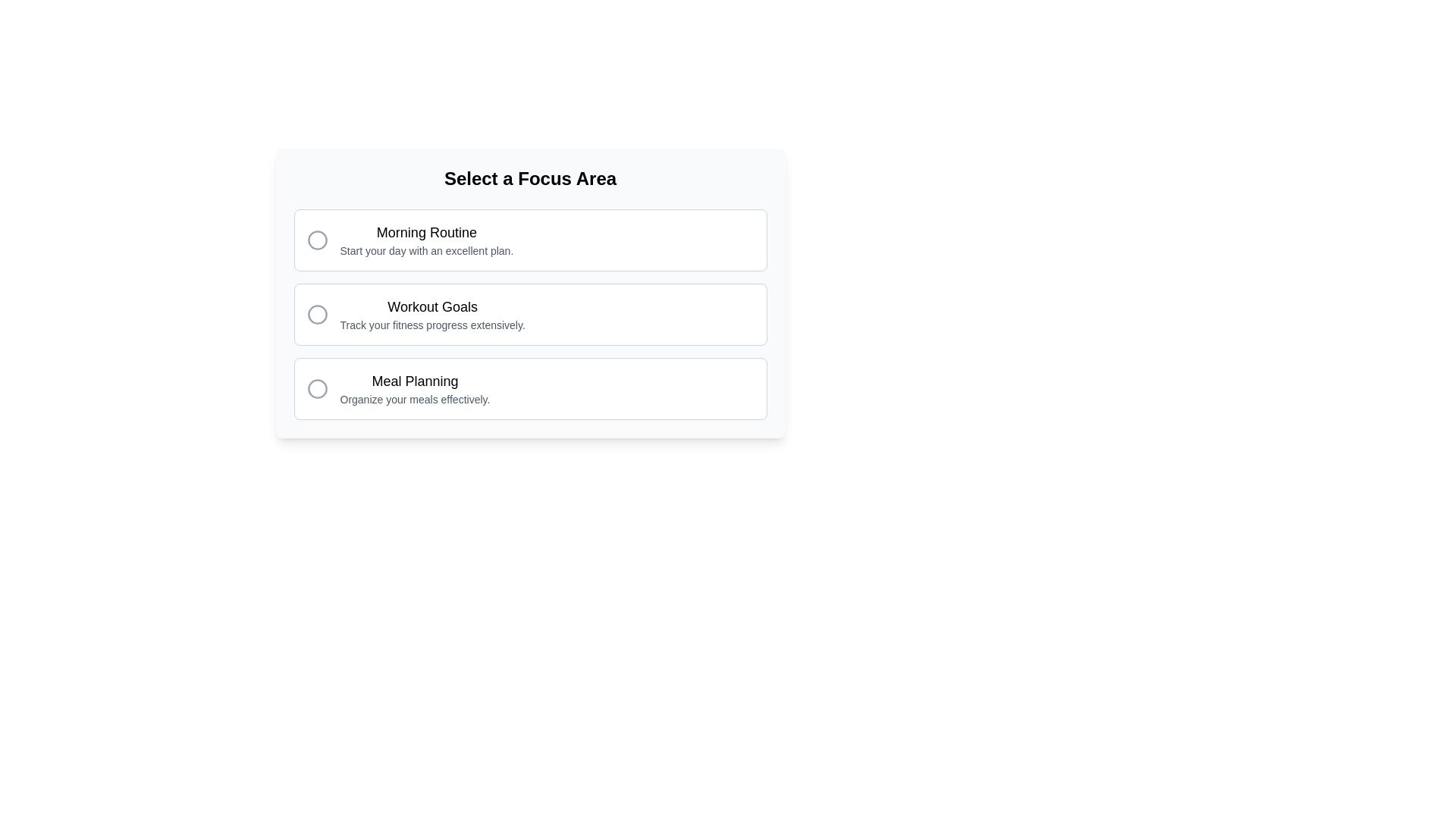 This screenshot has width=1456, height=819. I want to click on the circular icon located to the left of the 'Morning Routine' text, which has a grayish hue and a thin border, so click(316, 239).